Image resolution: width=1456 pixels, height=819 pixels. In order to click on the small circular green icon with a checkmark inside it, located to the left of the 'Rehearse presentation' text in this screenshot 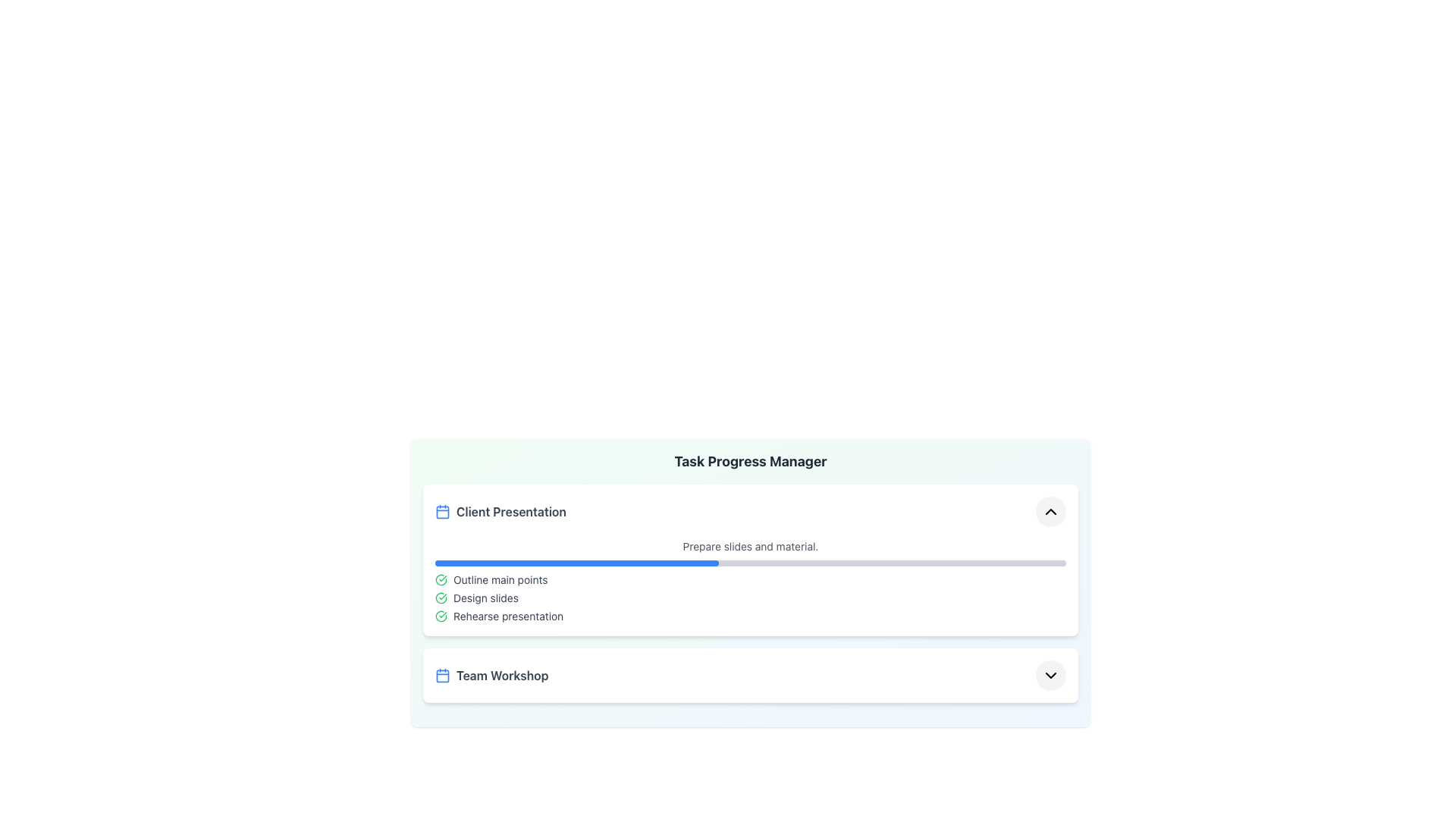, I will do `click(440, 617)`.